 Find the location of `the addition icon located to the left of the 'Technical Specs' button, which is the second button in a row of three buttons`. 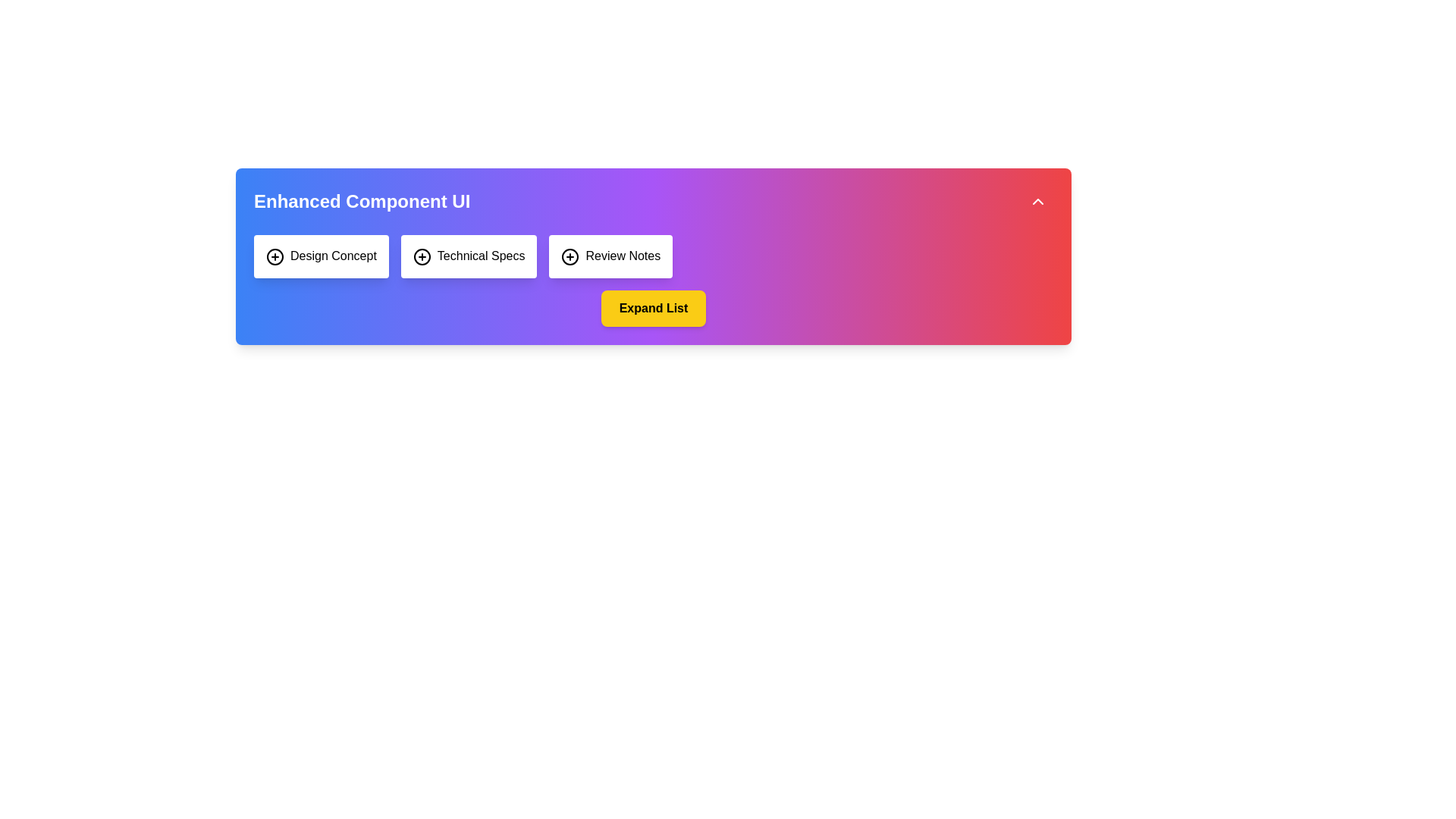

the addition icon located to the left of the 'Technical Specs' button, which is the second button in a row of three buttons is located at coordinates (422, 256).